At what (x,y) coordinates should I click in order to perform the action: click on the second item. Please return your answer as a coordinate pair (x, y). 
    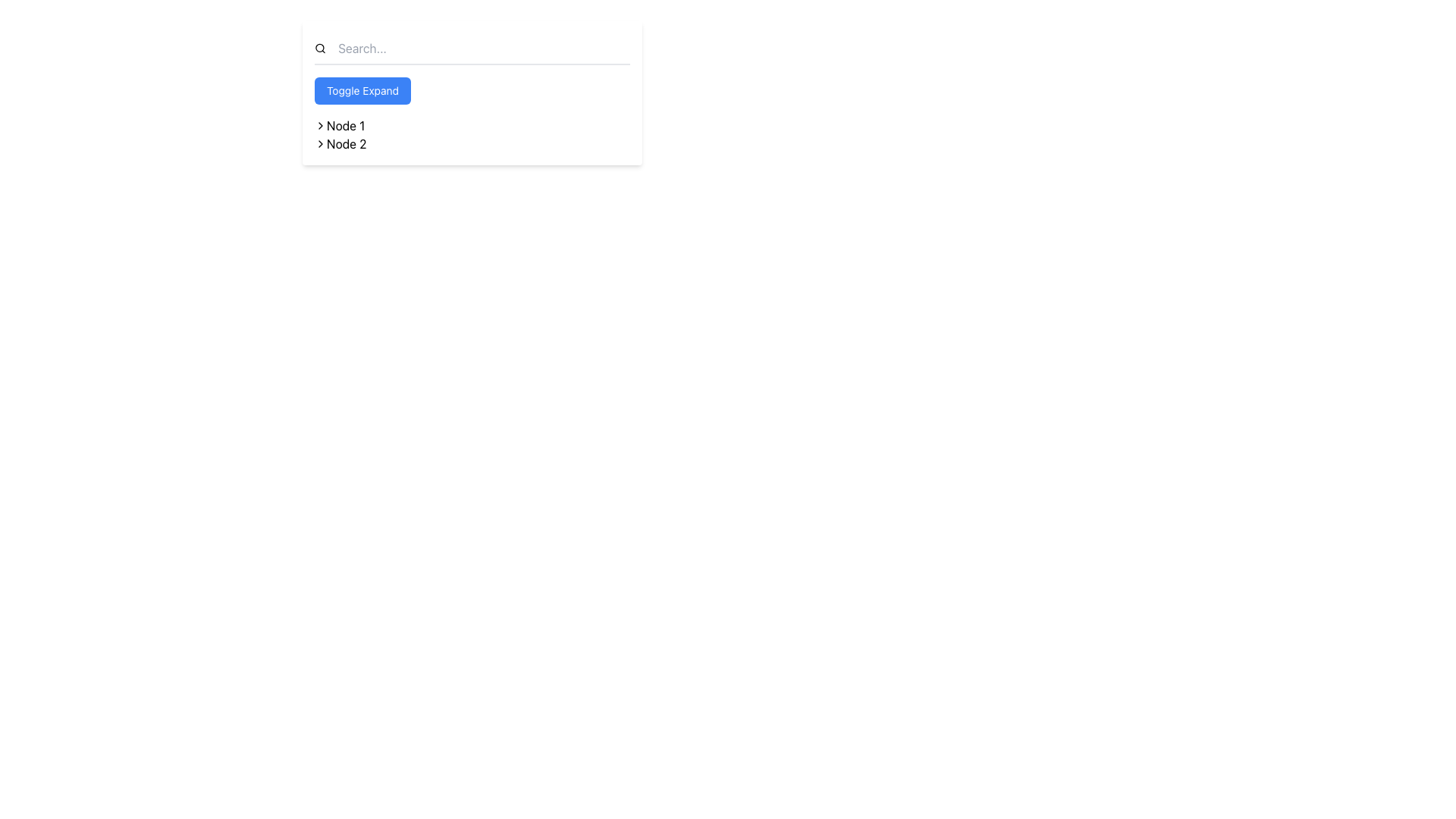
    Looking at the image, I should click on (346, 143).